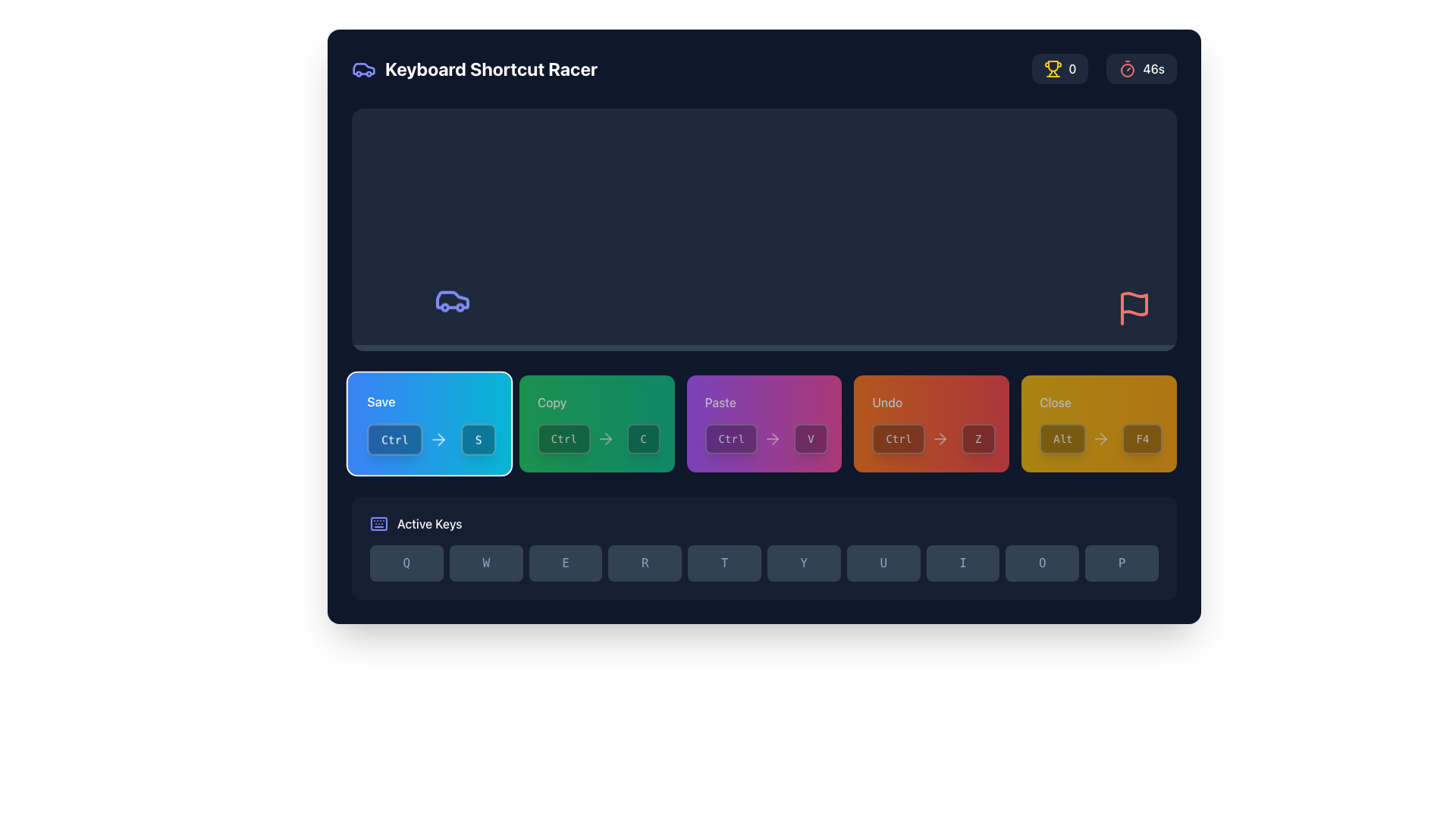 Image resolution: width=1456 pixels, height=819 pixels. I want to click on the Shortcut key visual representation component illustrating the keyboard shortcut 'Alt + F4', which is positioned as the fifth button in a row of five buttons, located immediately, so click(1099, 424).